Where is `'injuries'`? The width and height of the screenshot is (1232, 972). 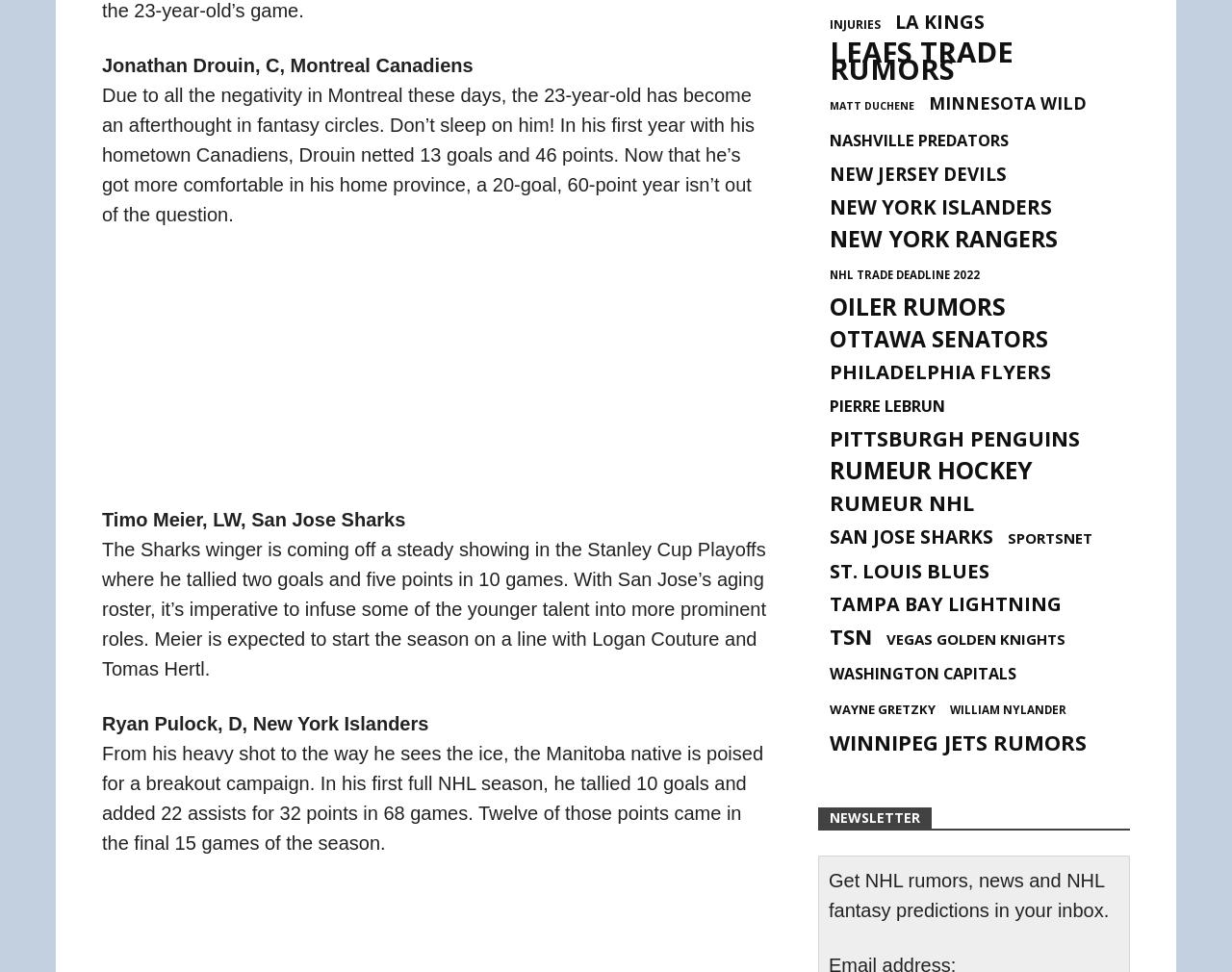 'injuries' is located at coordinates (854, 23).